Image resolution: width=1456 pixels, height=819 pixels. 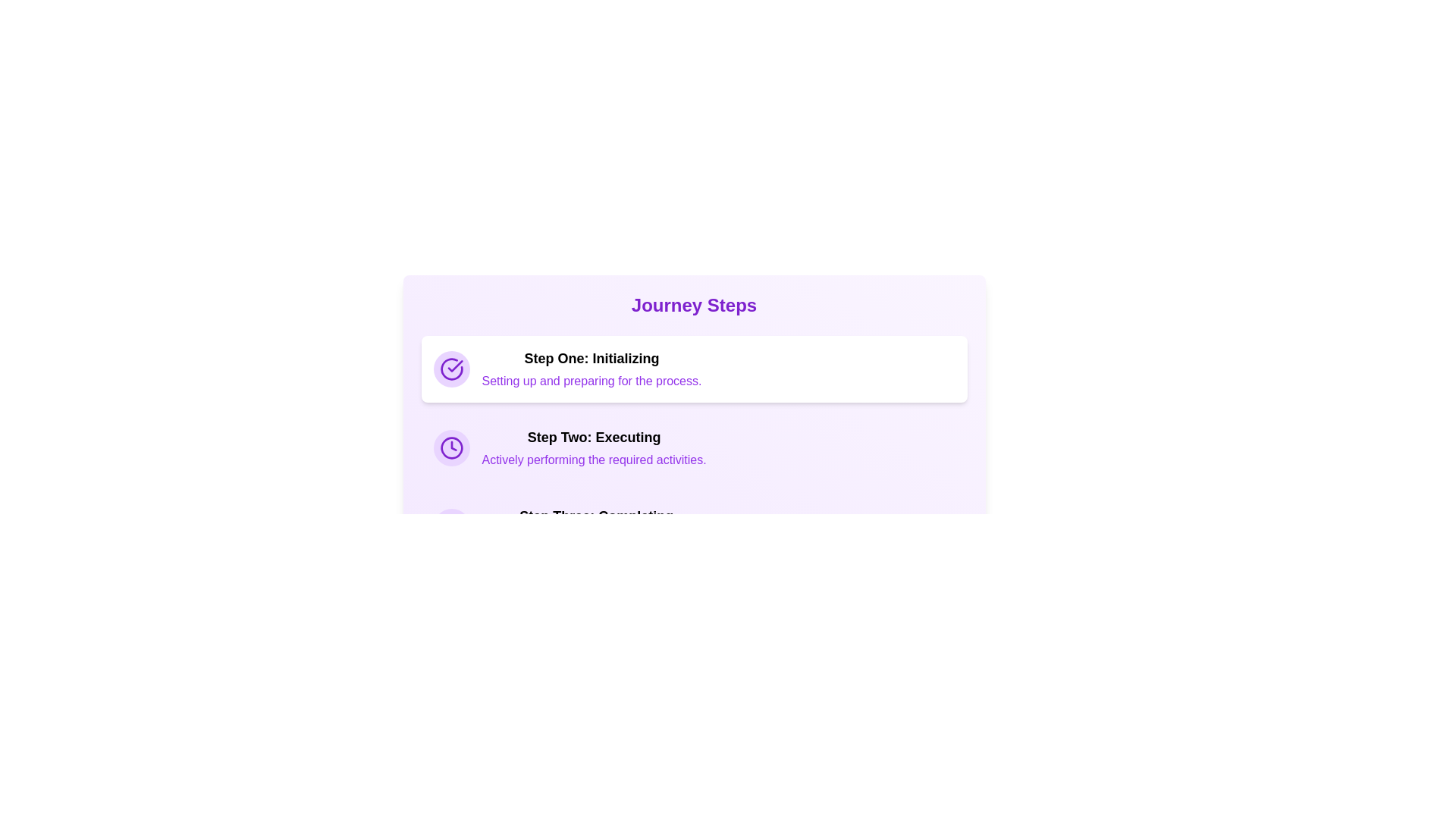 What do you see at coordinates (593, 459) in the screenshot?
I see `the static descriptive text stating 'Actively performing the required activities', which is displayed in purple font and positioned below the title 'Step Two: Executing'` at bounding box center [593, 459].